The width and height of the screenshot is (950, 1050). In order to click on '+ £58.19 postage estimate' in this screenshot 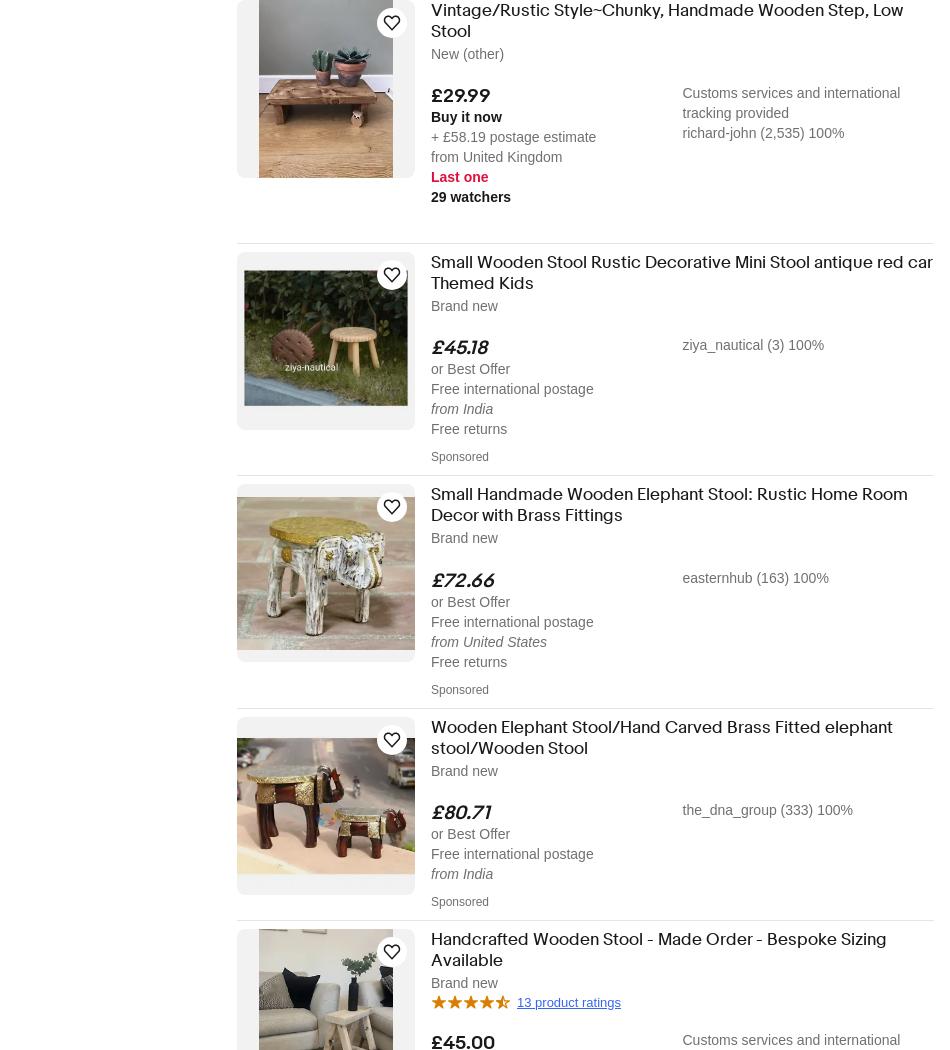, I will do `click(513, 136)`.